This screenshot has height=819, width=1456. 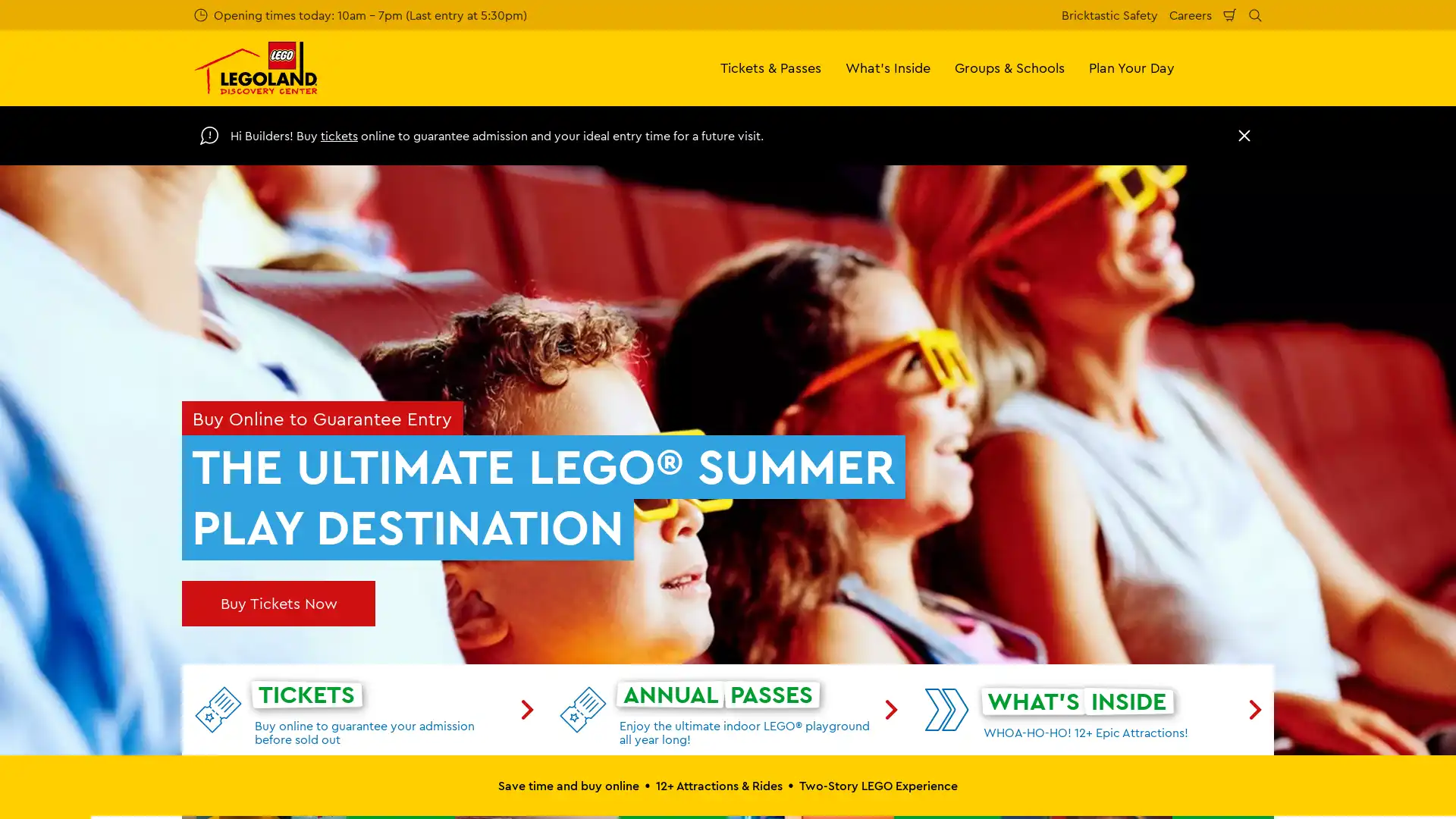 What do you see at coordinates (1244, 134) in the screenshot?
I see `Close` at bounding box center [1244, 134].